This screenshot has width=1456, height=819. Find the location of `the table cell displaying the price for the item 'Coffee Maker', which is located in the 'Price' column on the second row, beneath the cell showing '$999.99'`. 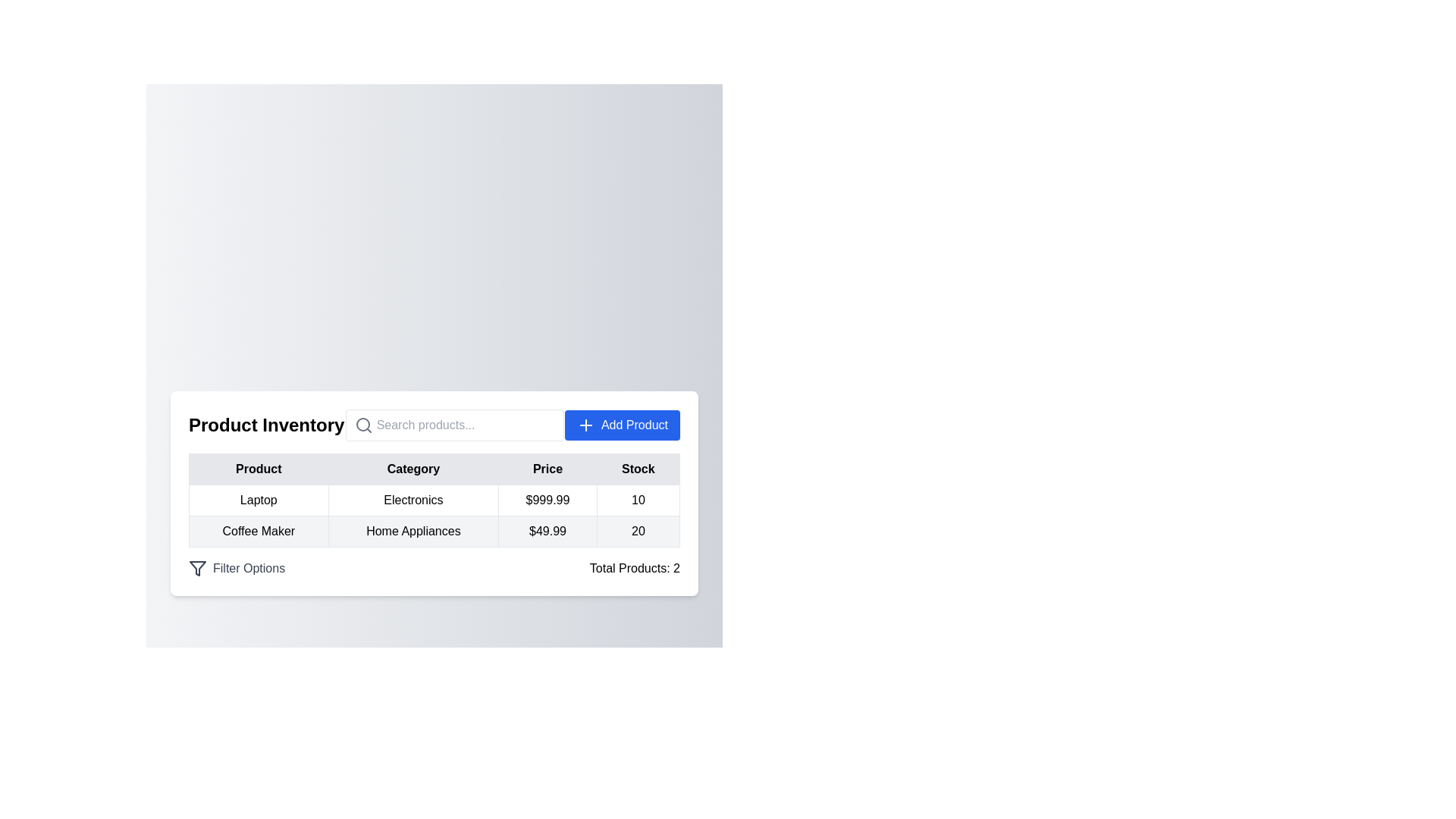

the table cell displaying the price for the item 'Coffee Maker', which is located in the 'Price' column on the second row, beneath the cell showing '$999.99' is located at coordinates (547, 531).